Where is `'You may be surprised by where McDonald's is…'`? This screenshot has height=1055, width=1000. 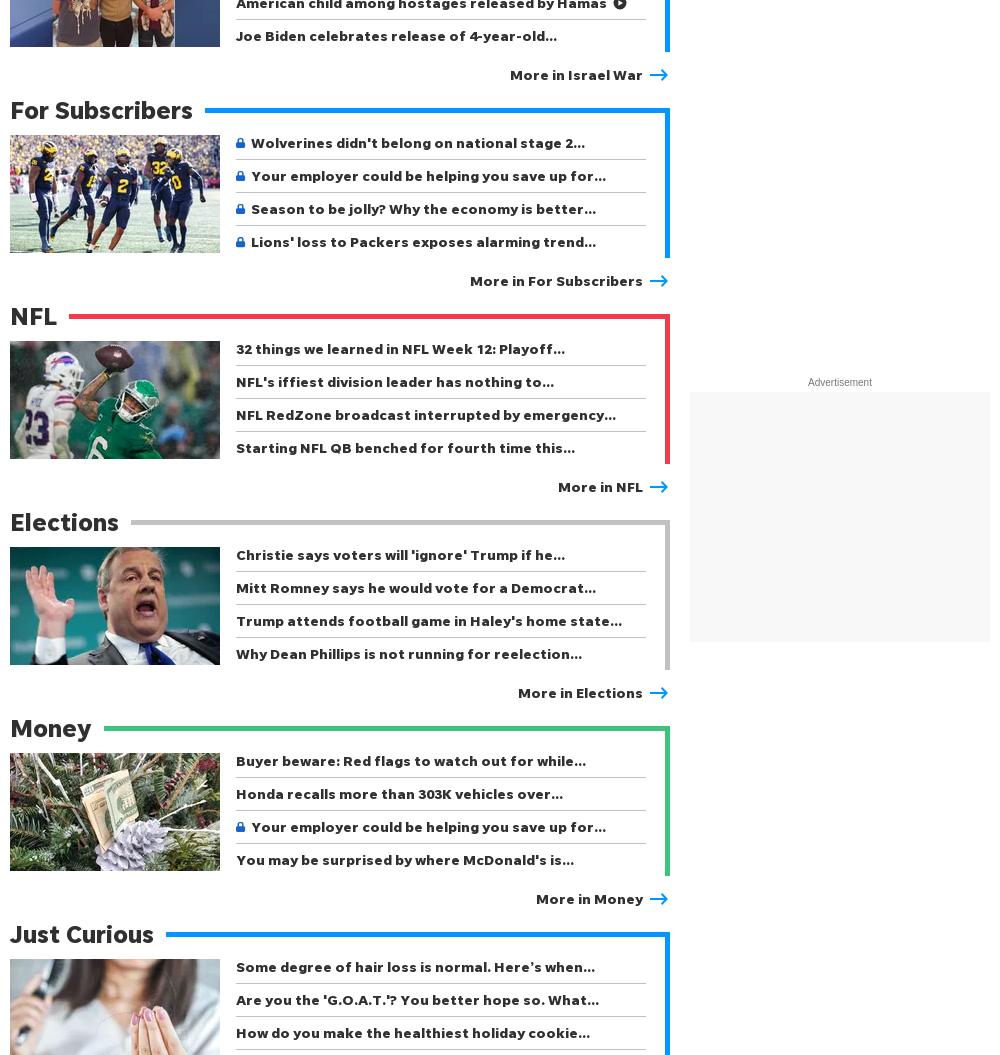
'You may be surprised by where McDonald's is…' is located at coordinates (405, 859).